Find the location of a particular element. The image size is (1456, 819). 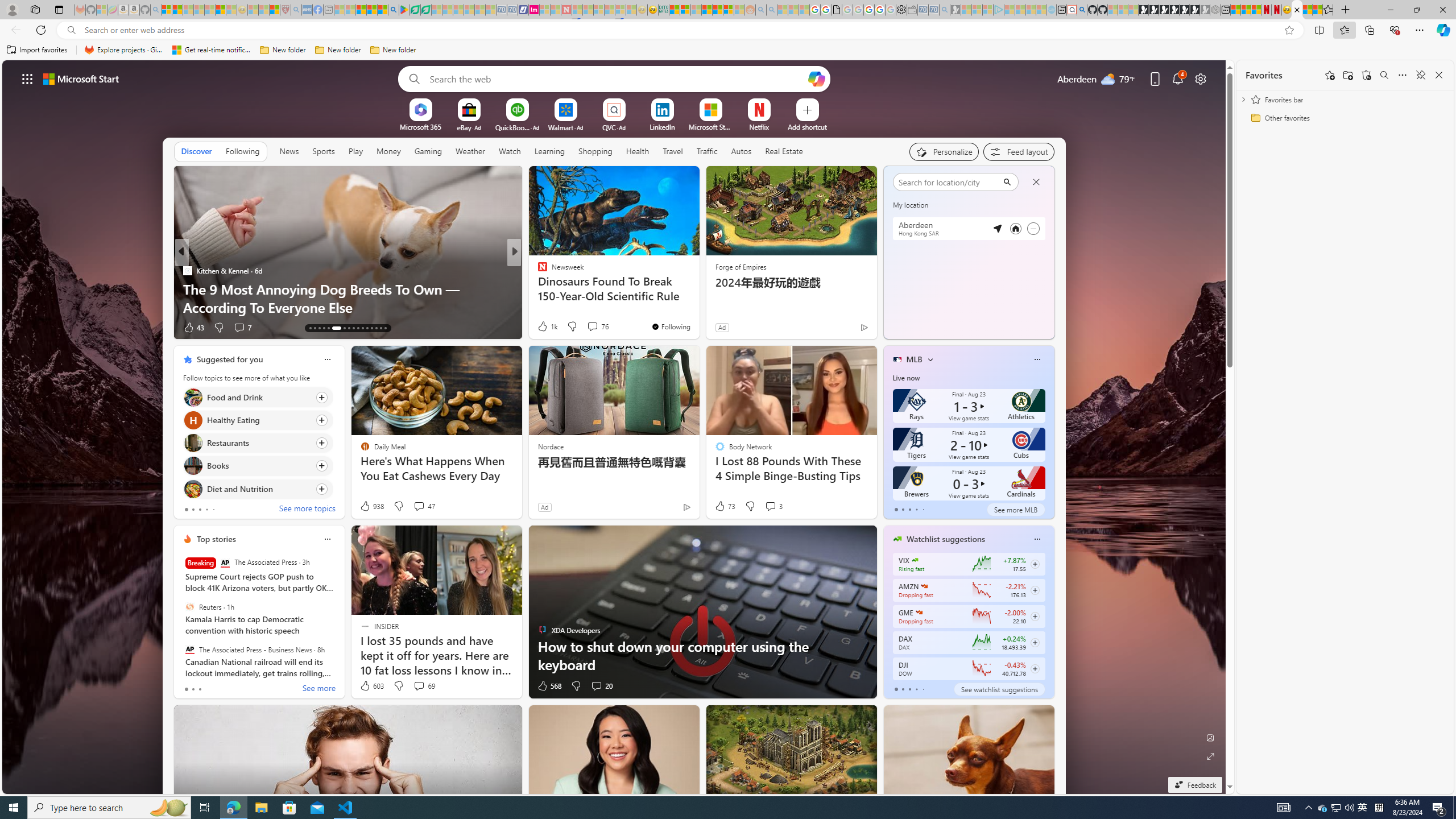

'568 Like' is located at coordinates (549, 686).